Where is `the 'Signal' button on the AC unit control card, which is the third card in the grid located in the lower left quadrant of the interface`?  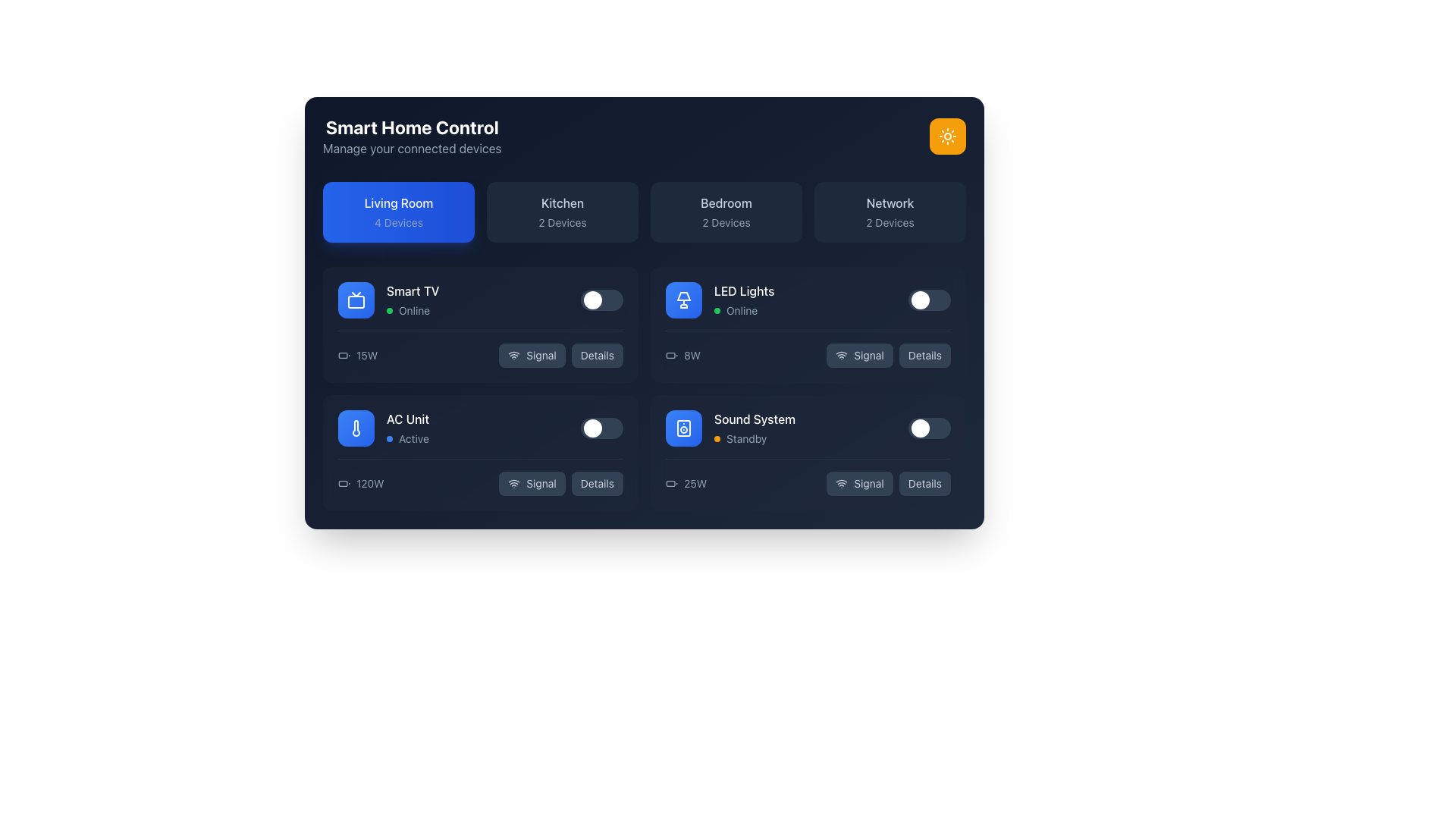
the 'Signal' button on the AC unit control card, which is the third card in the grid located in the lower left quadrant of the interface is located at coordinates (479, 452).